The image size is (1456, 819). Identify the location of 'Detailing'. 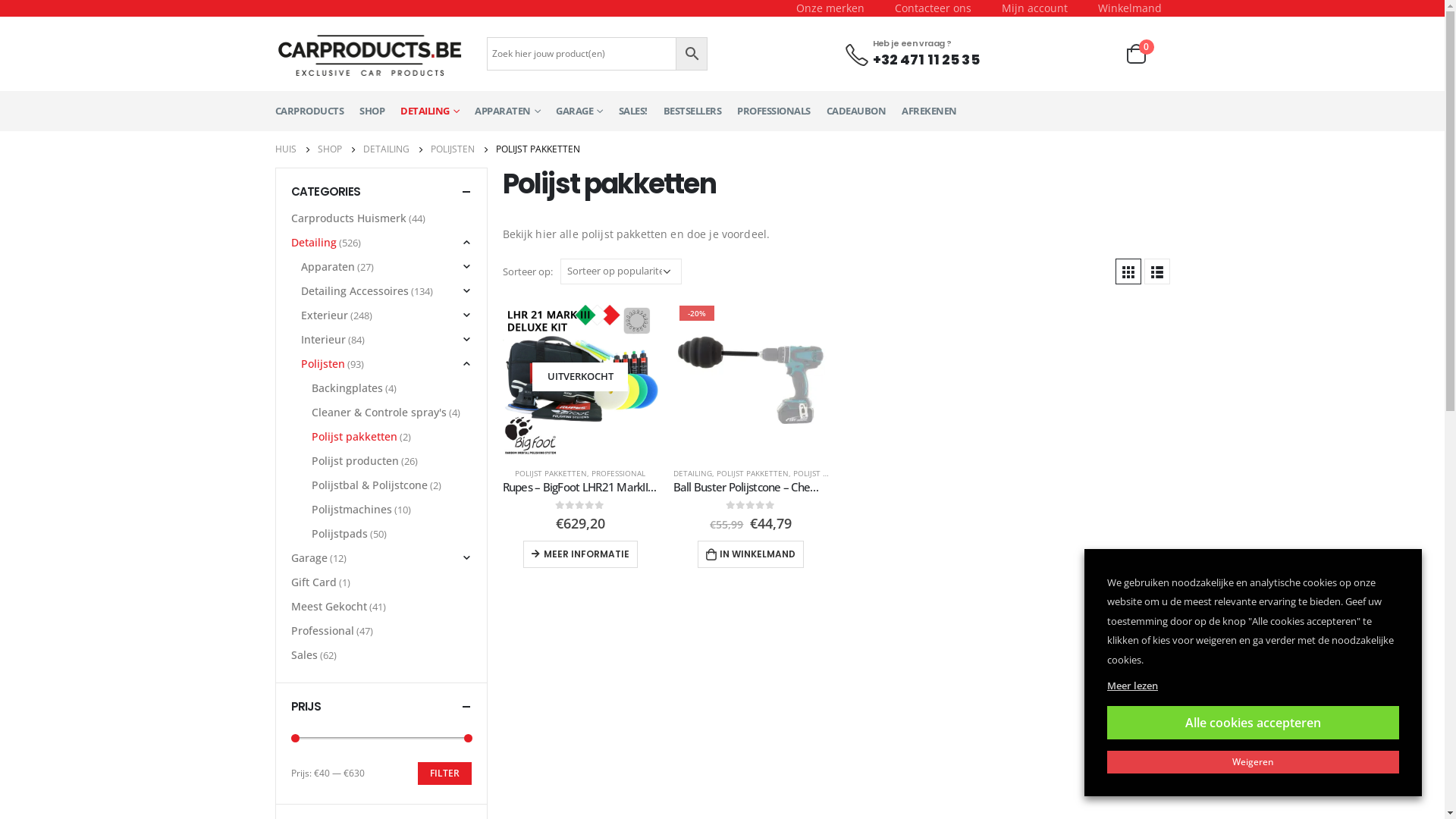
(312, 242).